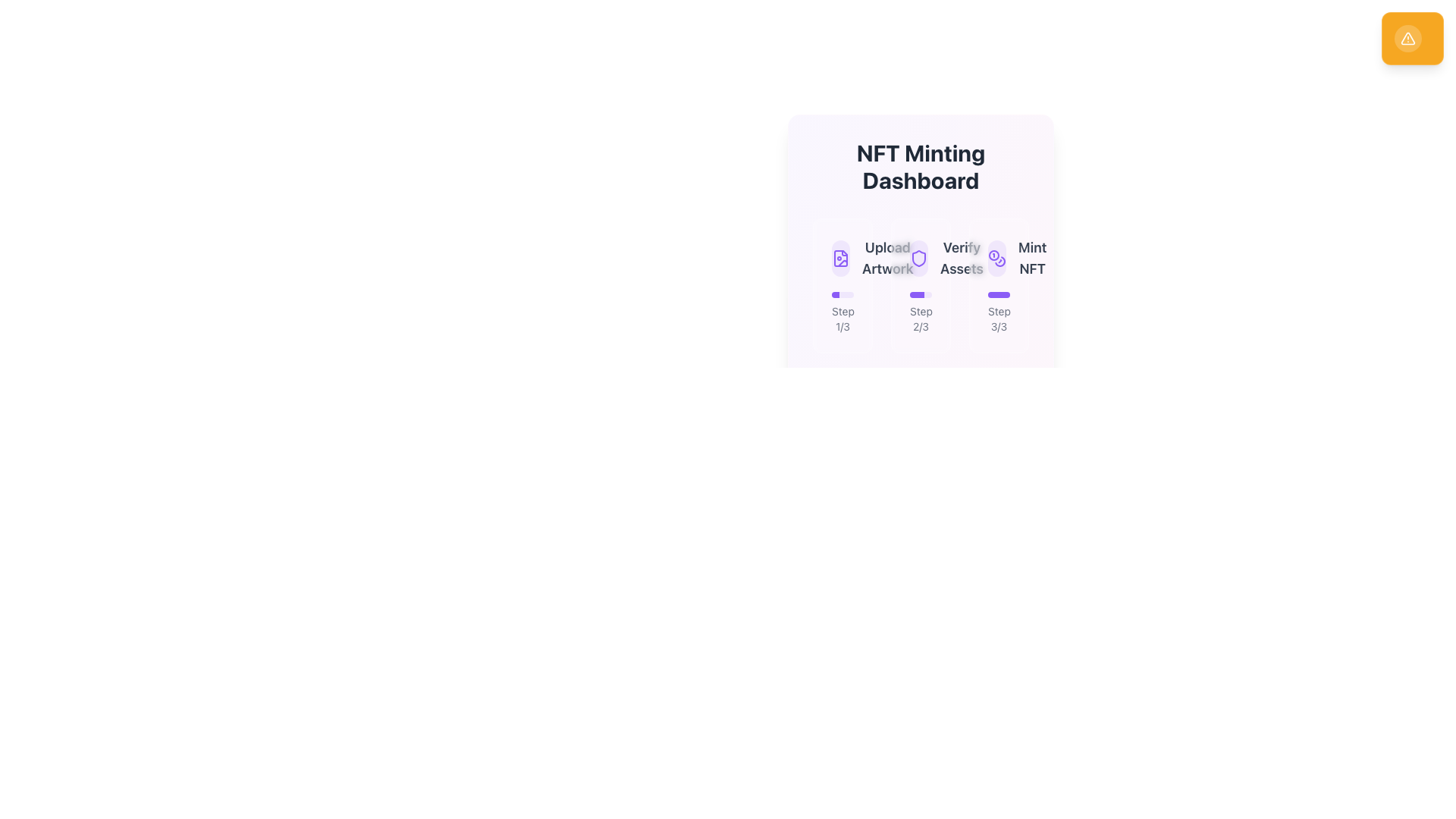 This screenshot has height=819, width=1456. What do you see at coordinates (918, 257) in the screenshot?
I see `the Vector graphic icon representing verification or security in the 'Verify Assets' section of the three-step process interface` at bounding box center [918, 257].